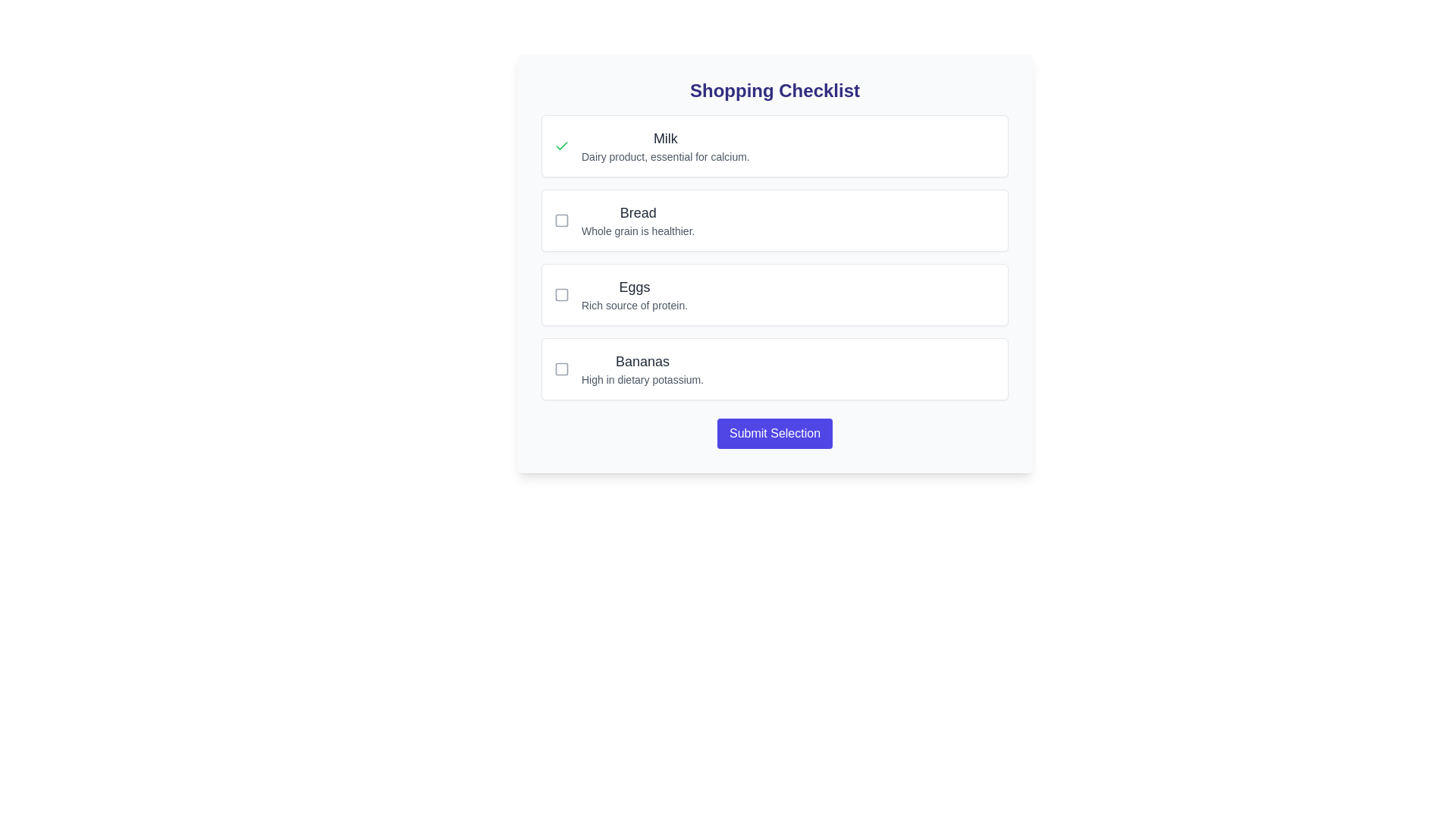 The width and height of the screenshot is (1456, 819). I want to click on the second selectable list item in the 'Shopping Checklist', so click(624, 220).